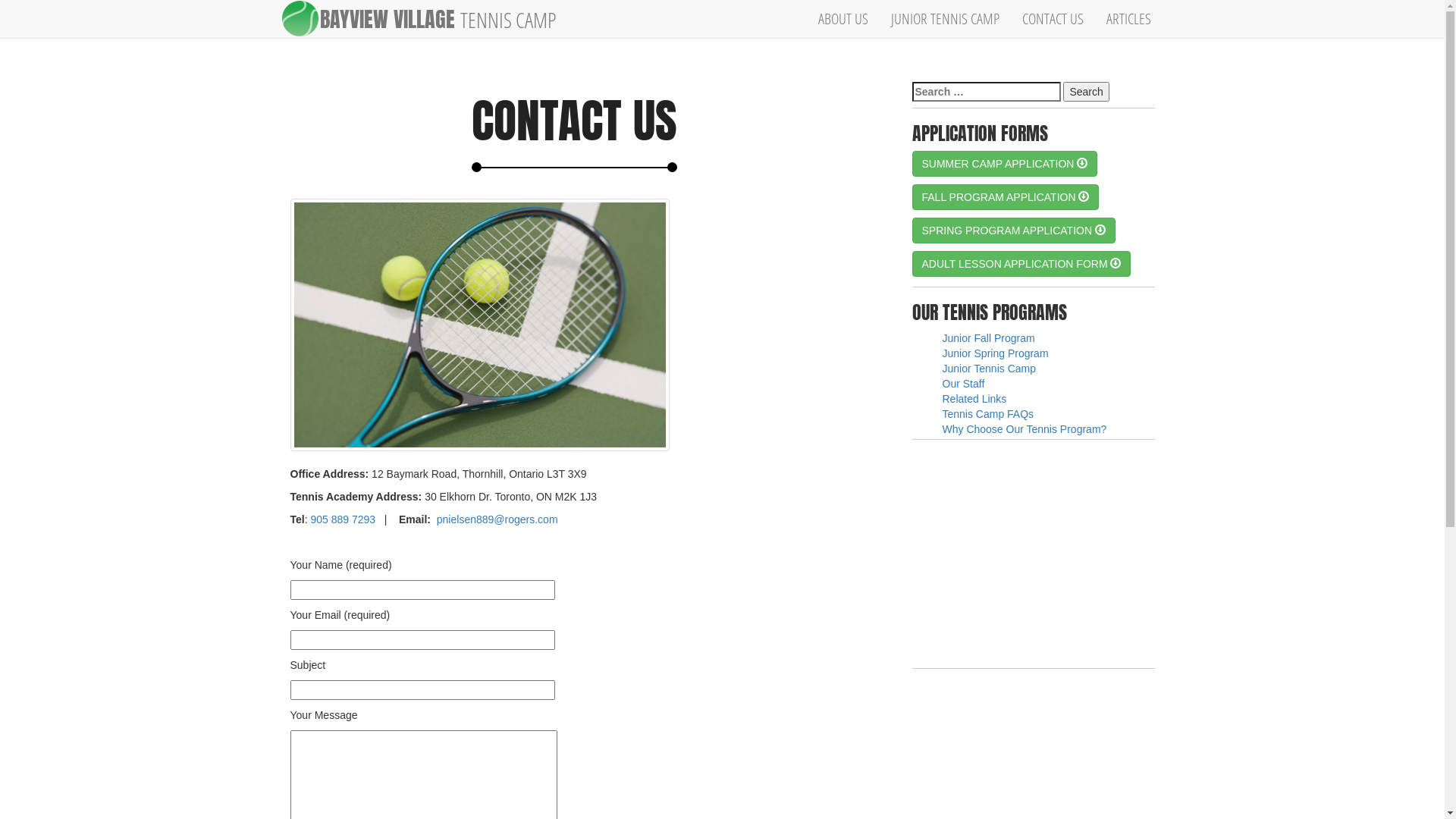 The image size is (1456, 819). Describe the element at coordinates (974, 397) in the screenshot. I see `'Related Links'` at that location.